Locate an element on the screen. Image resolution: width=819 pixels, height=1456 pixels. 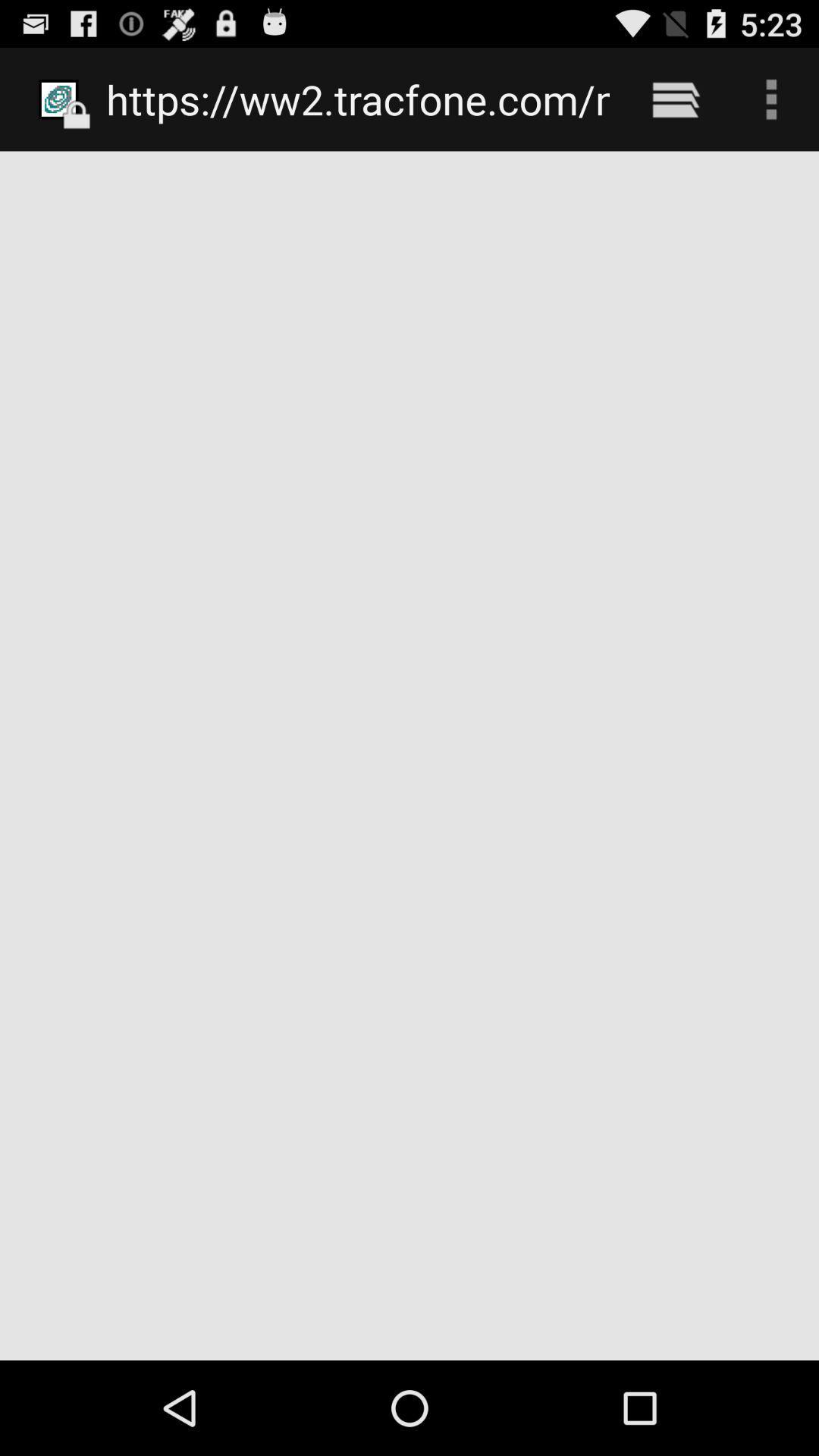
item at the center is located at coordinates (409, 755).